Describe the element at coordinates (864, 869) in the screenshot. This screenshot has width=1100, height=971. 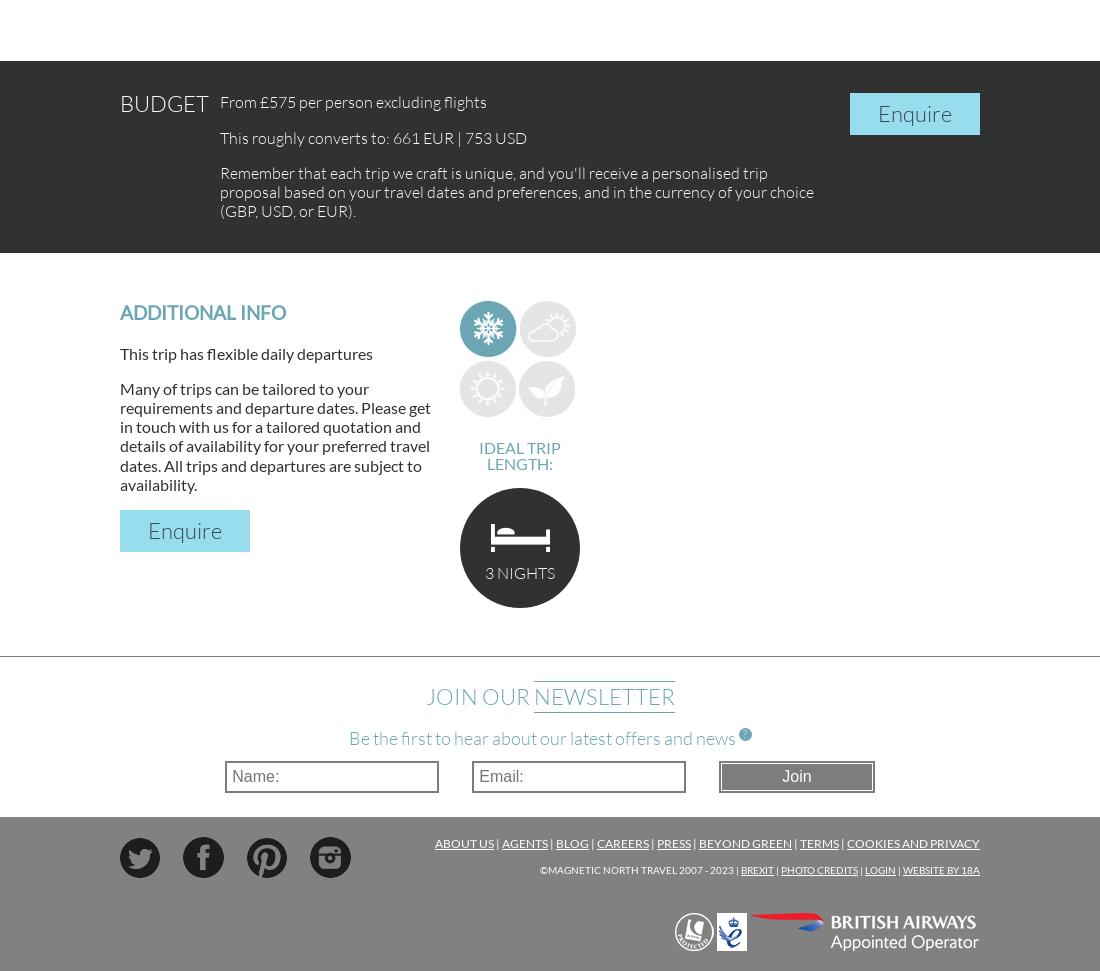
I see `'Login'` at that location.